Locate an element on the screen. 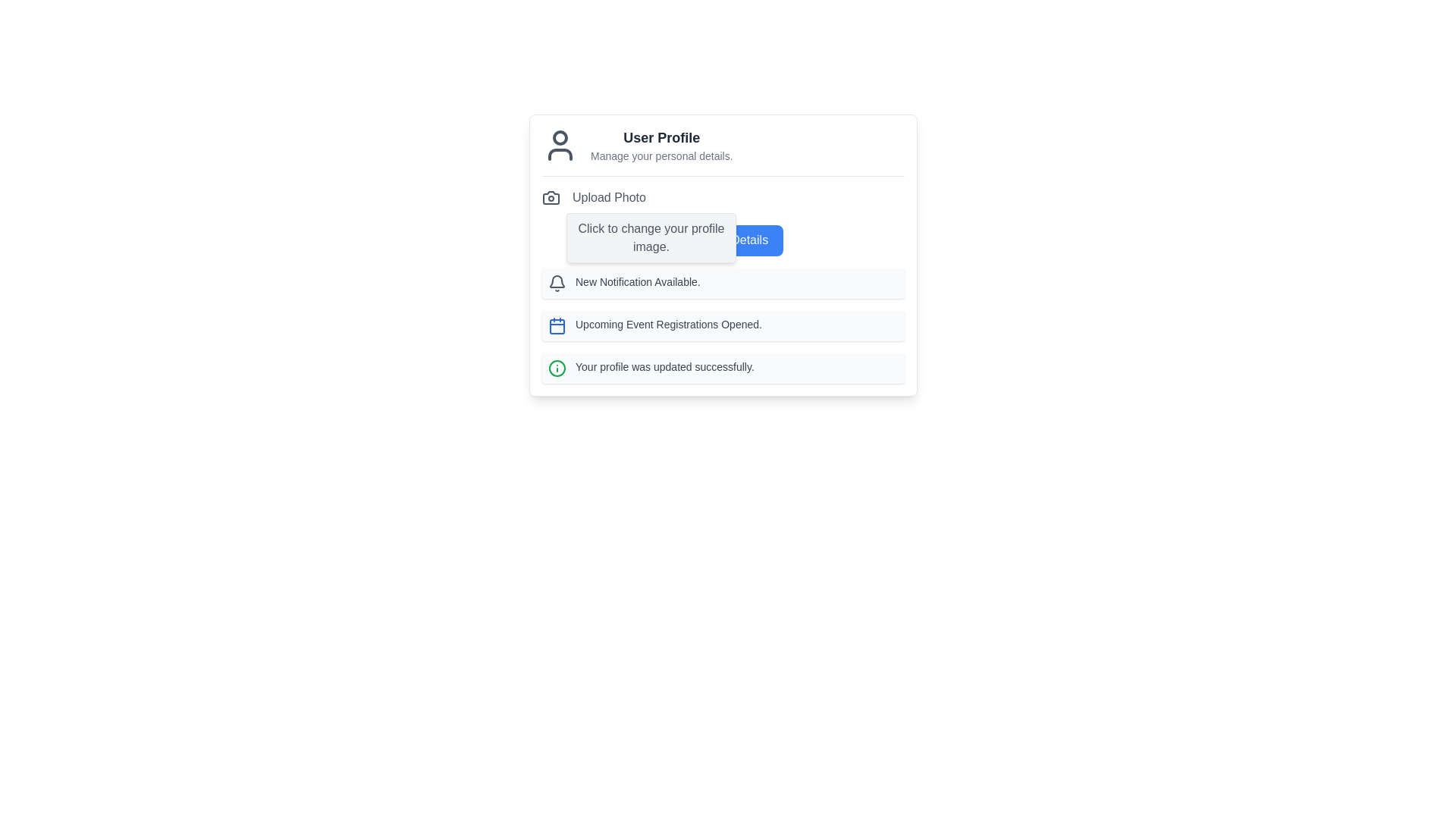 This screenshot has width=1456, height=819. information from the 'User Profile' text block, which includes the bold header 'User Profile' and the smaller text 'Manage your personal details.' located at the top of the user interface section is located at coordinates (661, 146).